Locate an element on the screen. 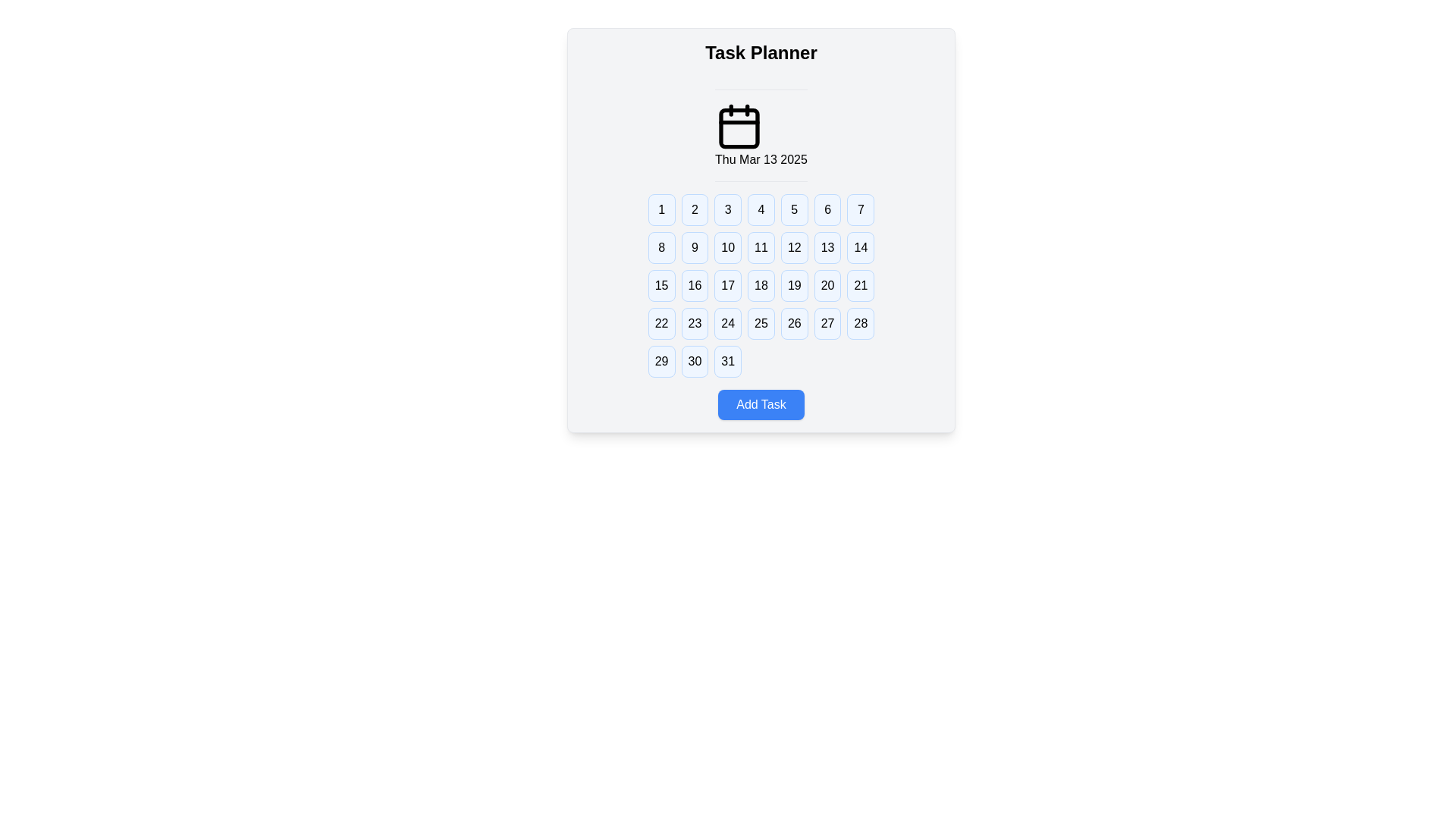  the Calendar Date Cell displaying the number 28 is located at coordinates (861, 323).